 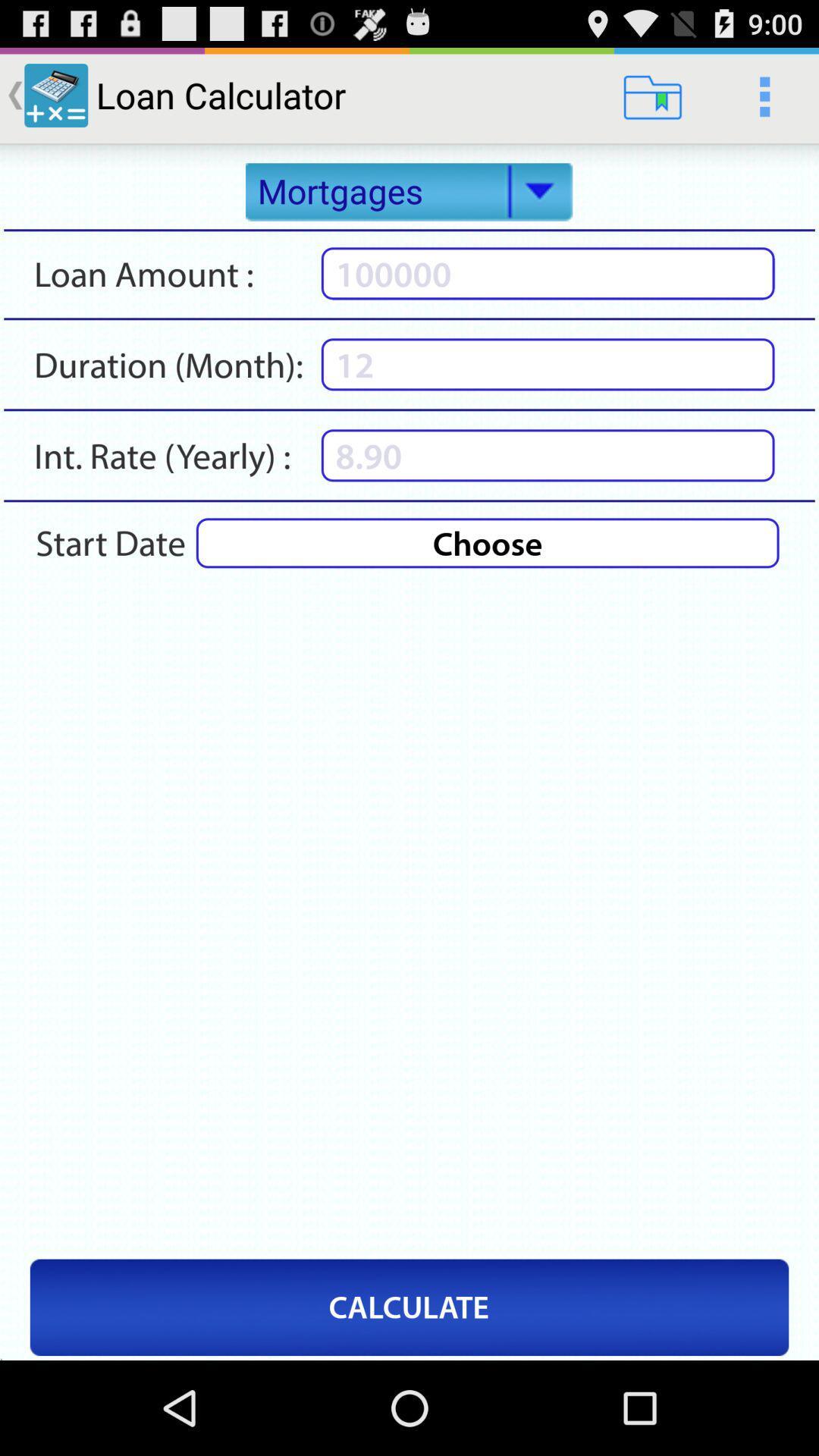 I want to click on insert year, so click(x=548, y=454).